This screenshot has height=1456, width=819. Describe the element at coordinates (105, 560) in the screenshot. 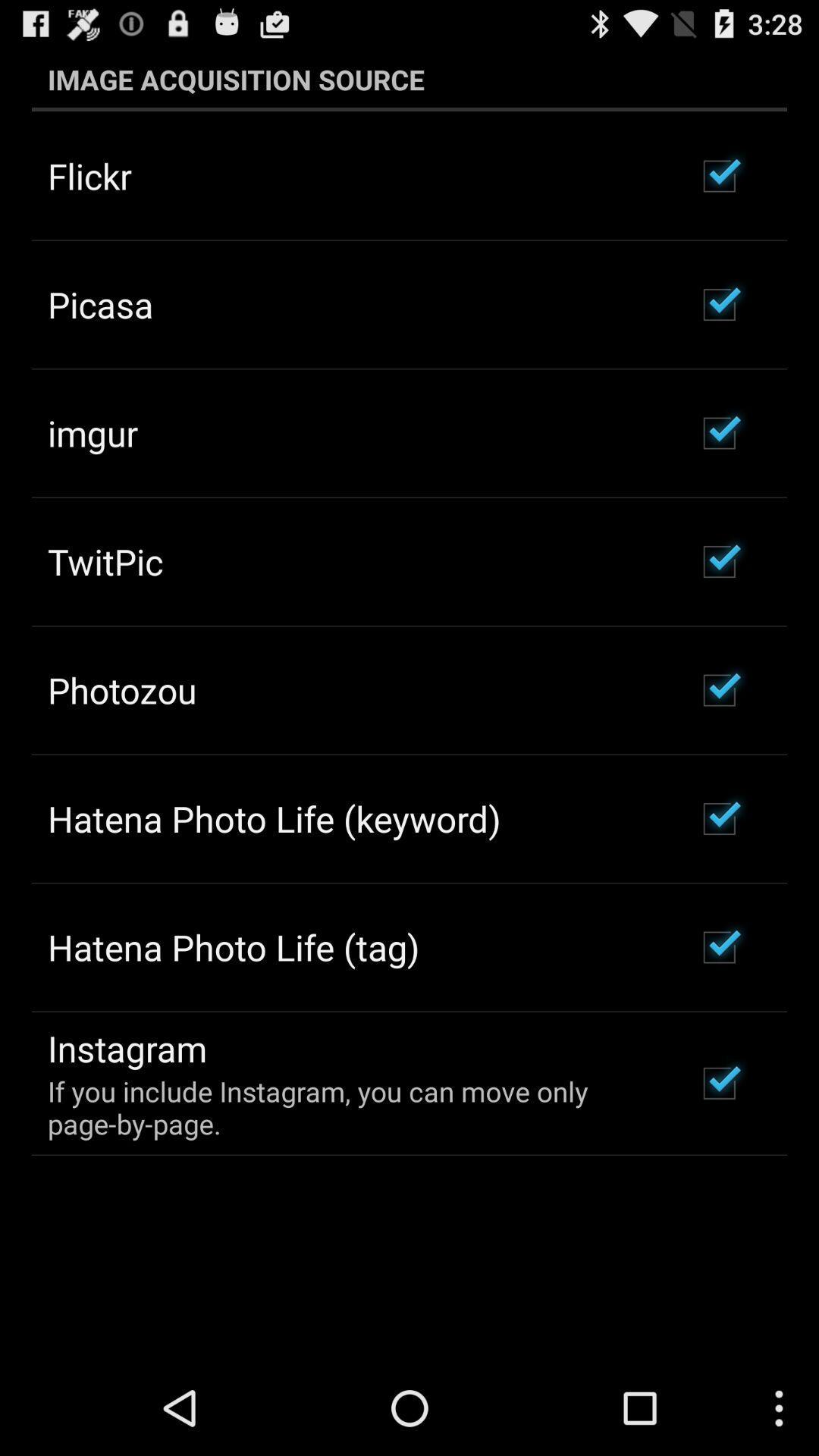

I see `the twitpic icon` at that location.